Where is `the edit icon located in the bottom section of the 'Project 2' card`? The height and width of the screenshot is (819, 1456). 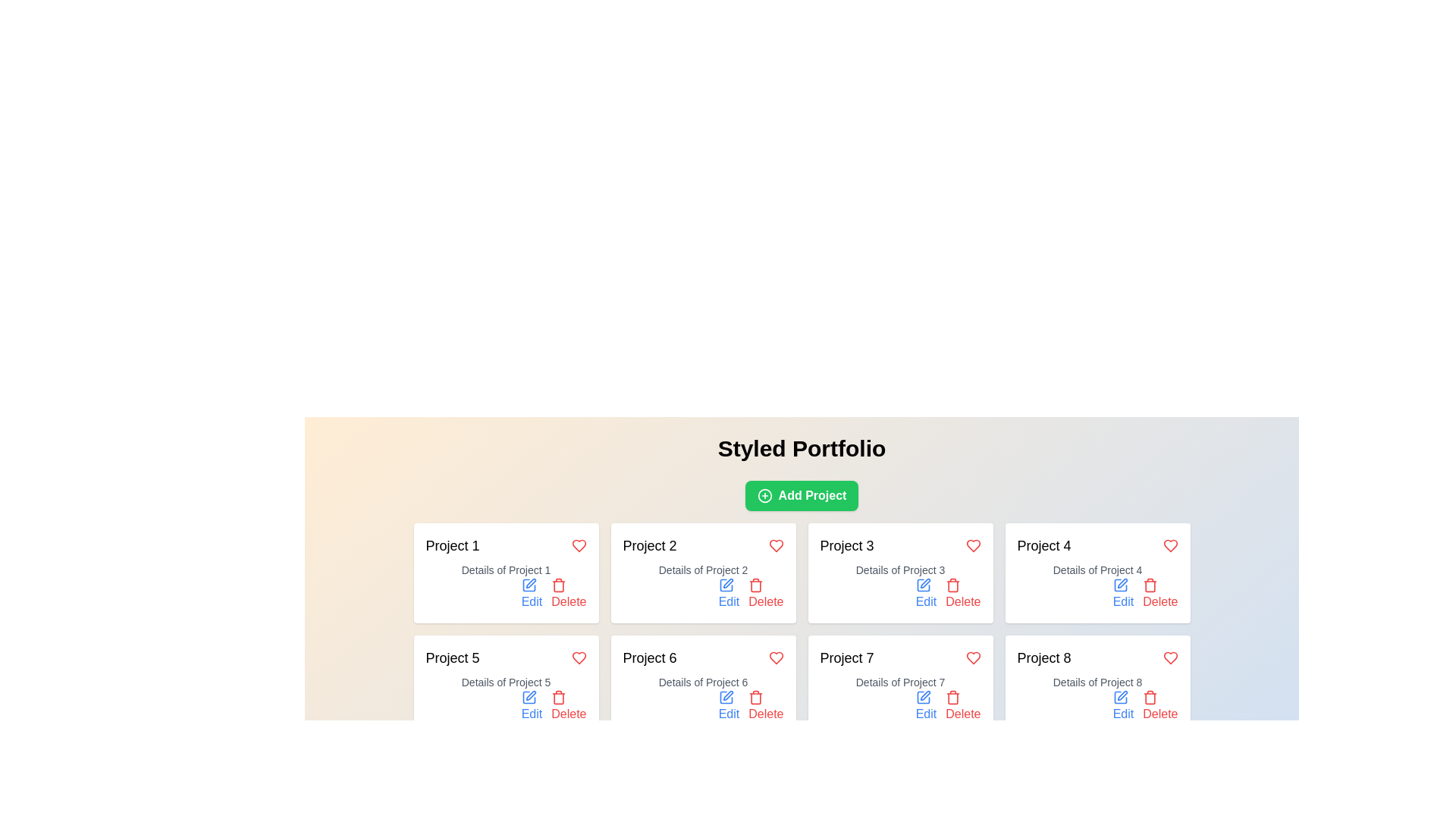 the edit icon located in the bottom section of the 'Project 2' card is located at coordinates (728, 582).